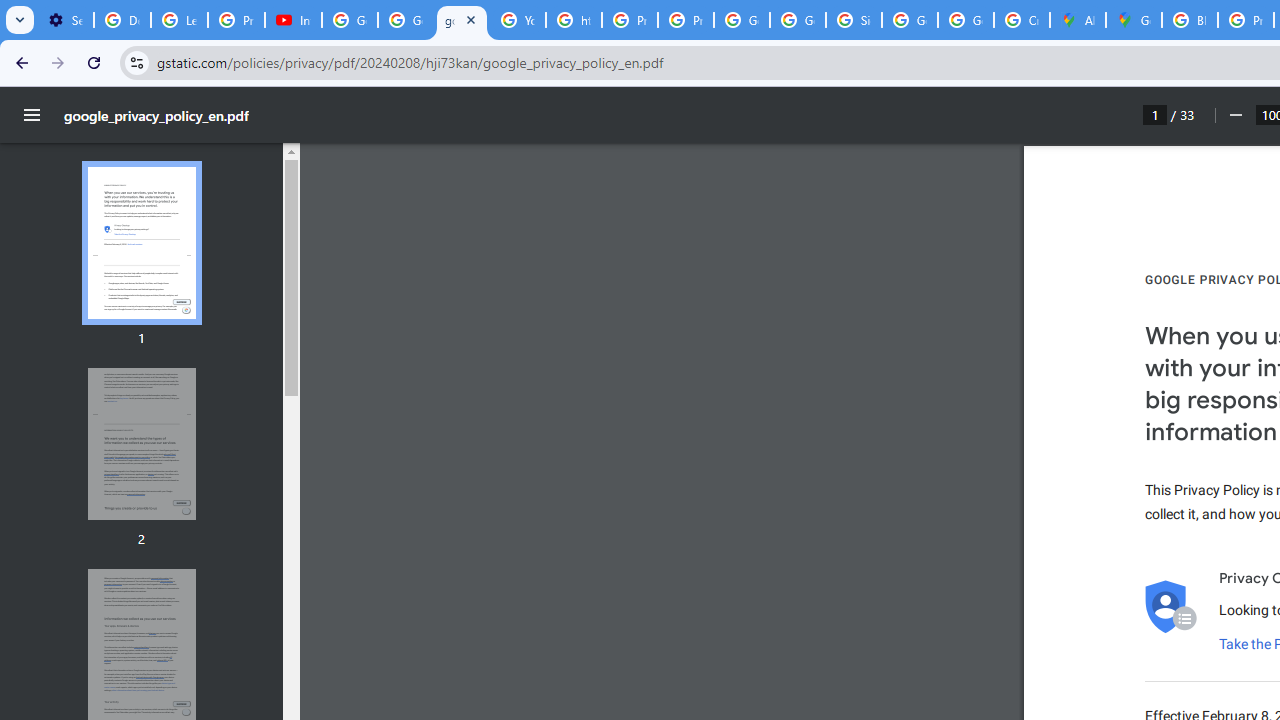  Describe the element at coordinates (292, 20) in the screenshot. I see `'Introduction | Google Privacy Policy - YouTube'` at that location.